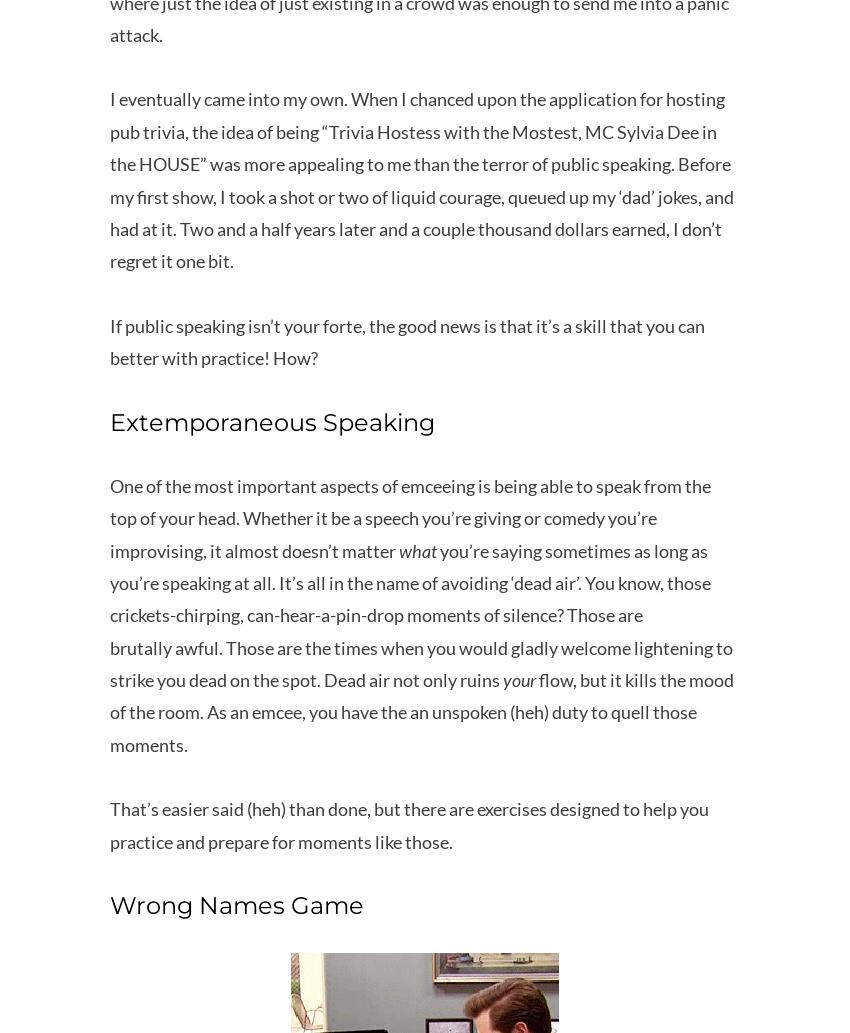 The height and width of the screenshot is (1033, 850). What do you see at coordinates (271, 421) in the screenshot?
I see `'Extemporaneous Speaking'` at bounding box center [271, 421].